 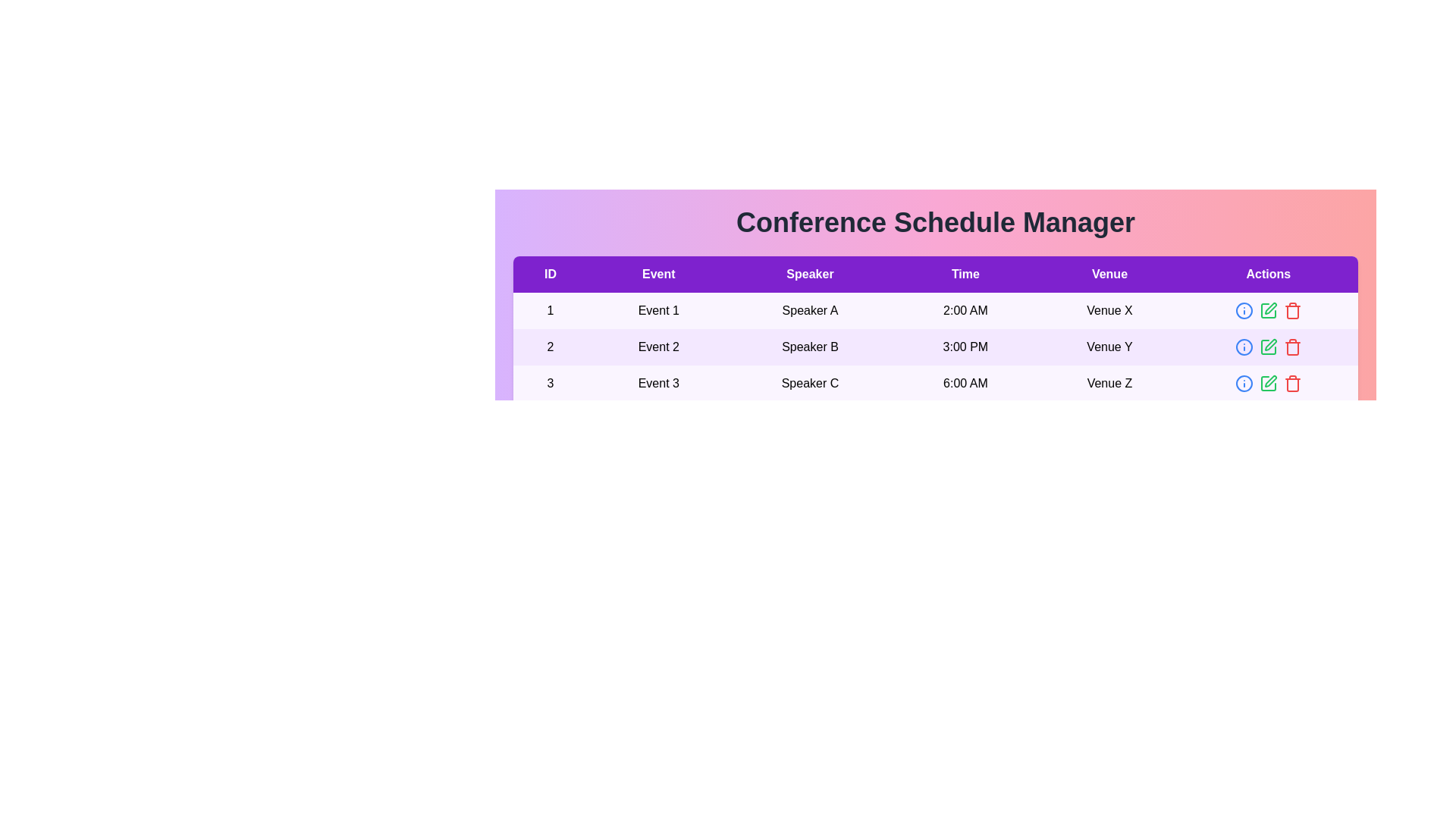 What do you see at coordinates (658, 275) in the screenshot?
I see `the column header to sort the table by Event` at bounding box center [658, 275].